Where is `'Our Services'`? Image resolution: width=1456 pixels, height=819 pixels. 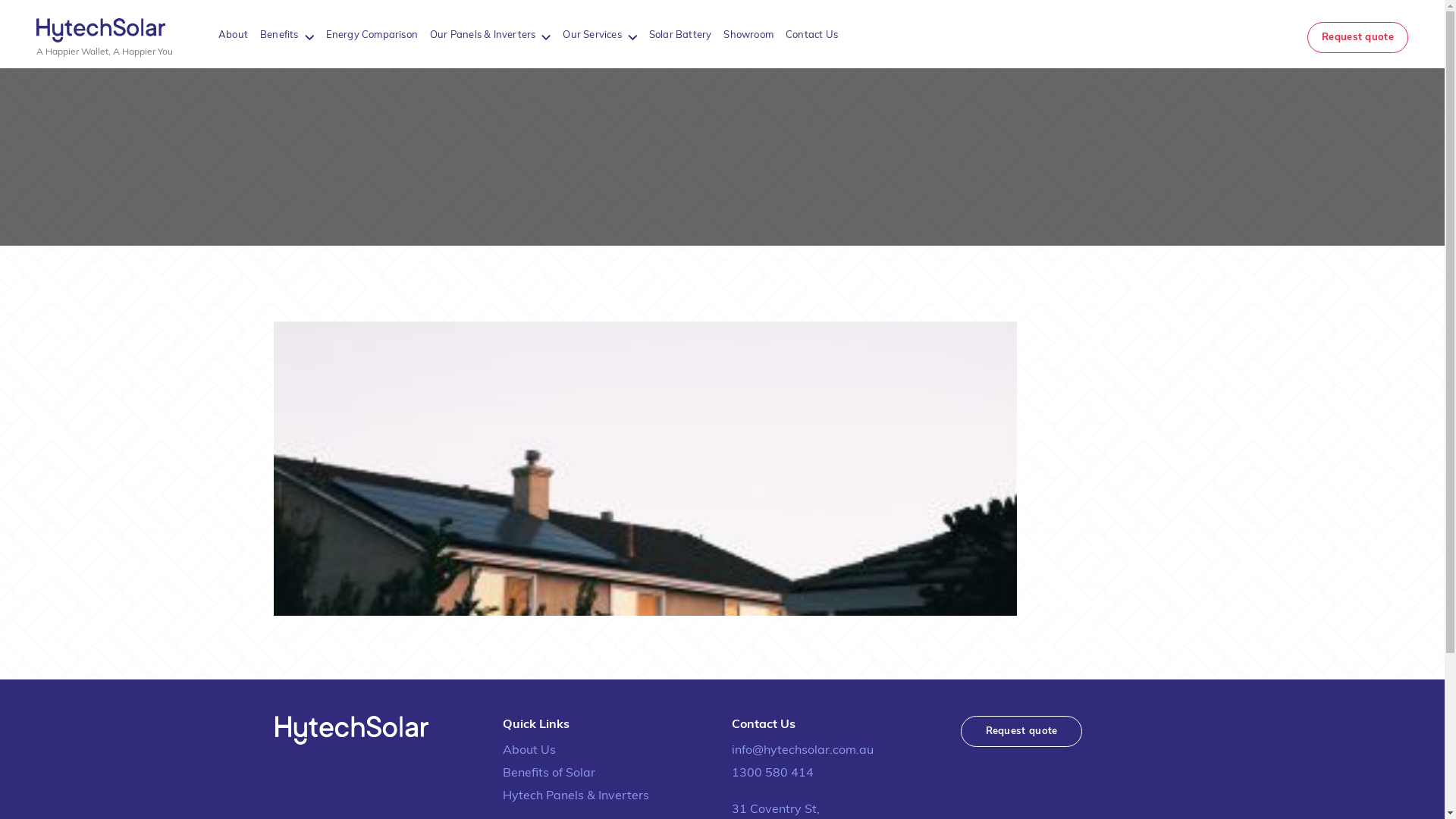 'Our Services' is located at coordinates (562, 34).